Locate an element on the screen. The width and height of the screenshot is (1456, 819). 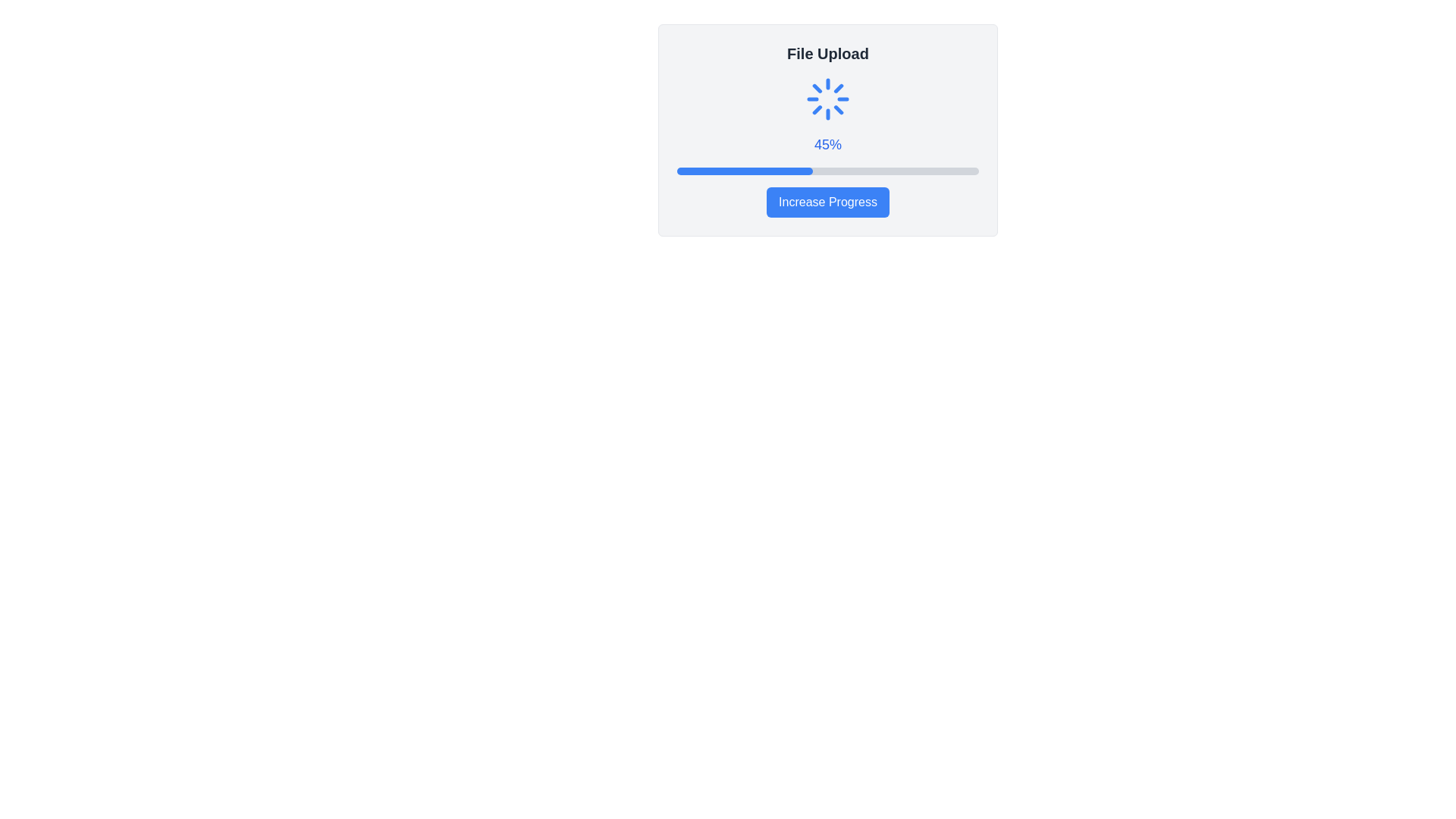
the bold blue text displaying '45%' which is positioned below a rotating icon and above a progress bar within a centered card interface is located at coordinates (827, 145).